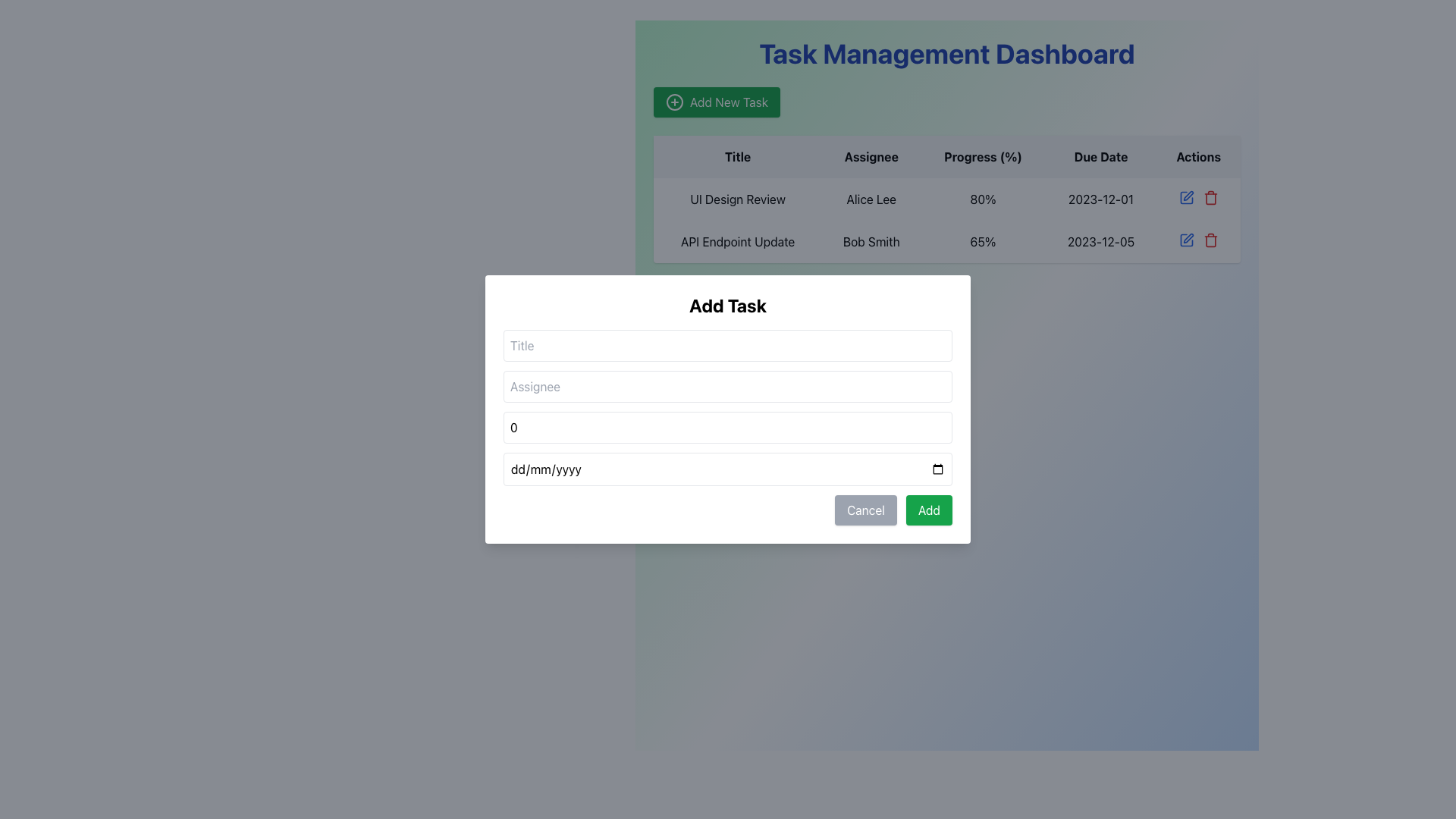 The image size is (1456, 819). What do you see at coordinates (728, 345) in the screenshot?
I see `the title input field located in the 'Add Task' modal dialog to focus on it` at bounding box center [728, 345].